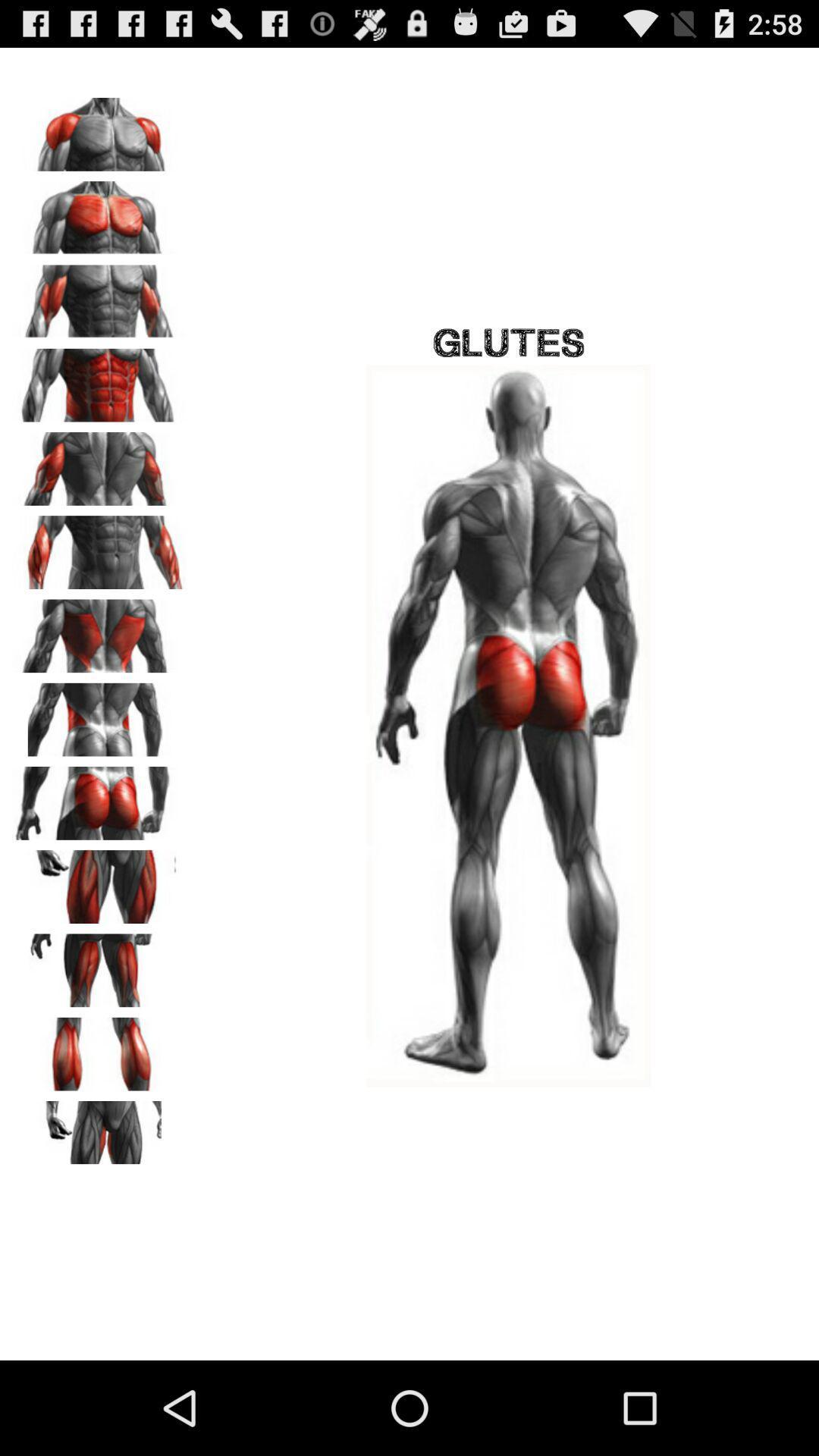 Image resolution: width=819 pixels, height=1456 pixels. Describe the element at coordinates (99, 631) in the screenshot. I see `this muscle` at that location.